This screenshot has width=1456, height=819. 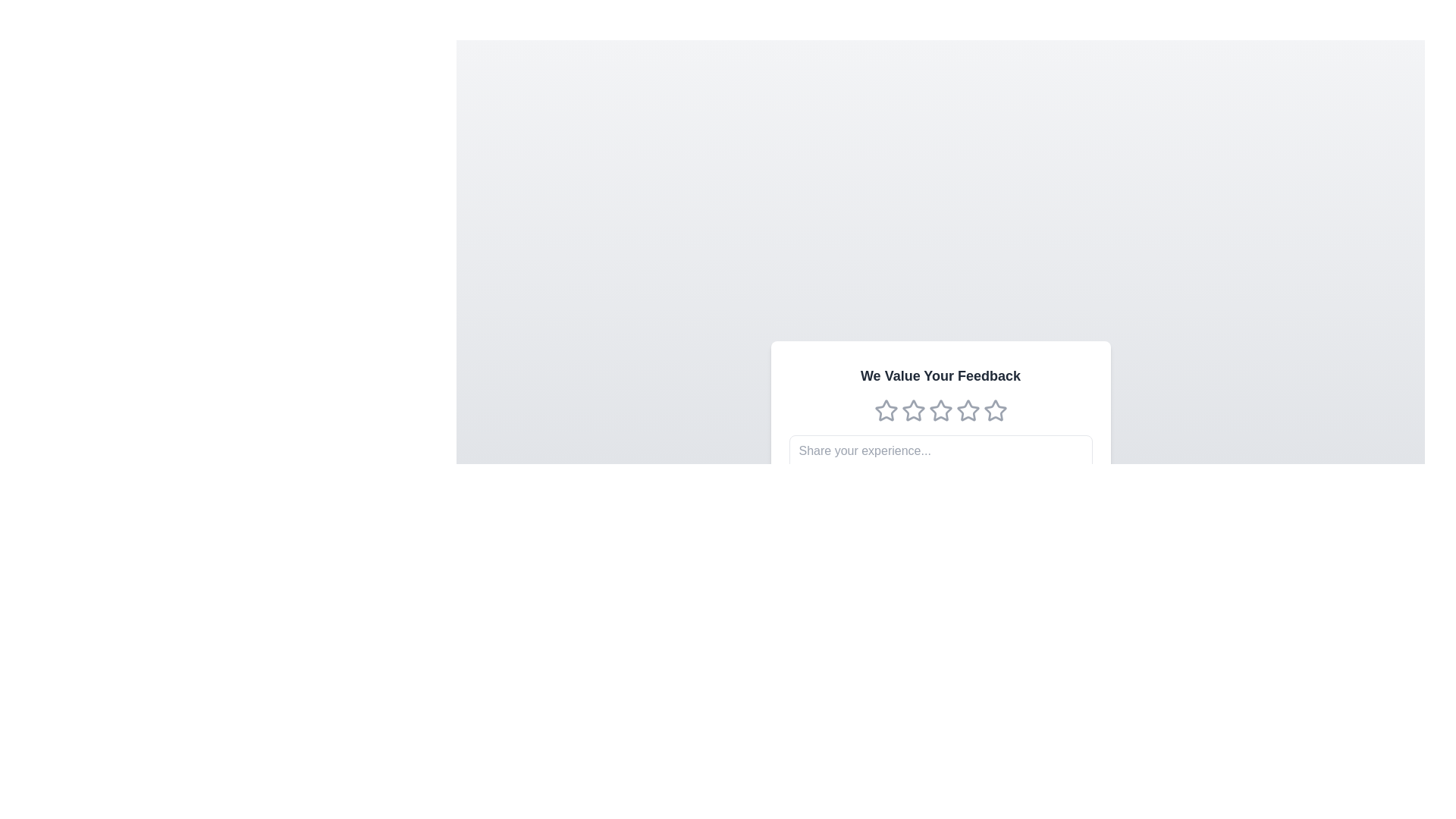 I want to click on the third star in the star-based rating system below the heading 'We Value Your Feedback', so click(x=940, y=411).